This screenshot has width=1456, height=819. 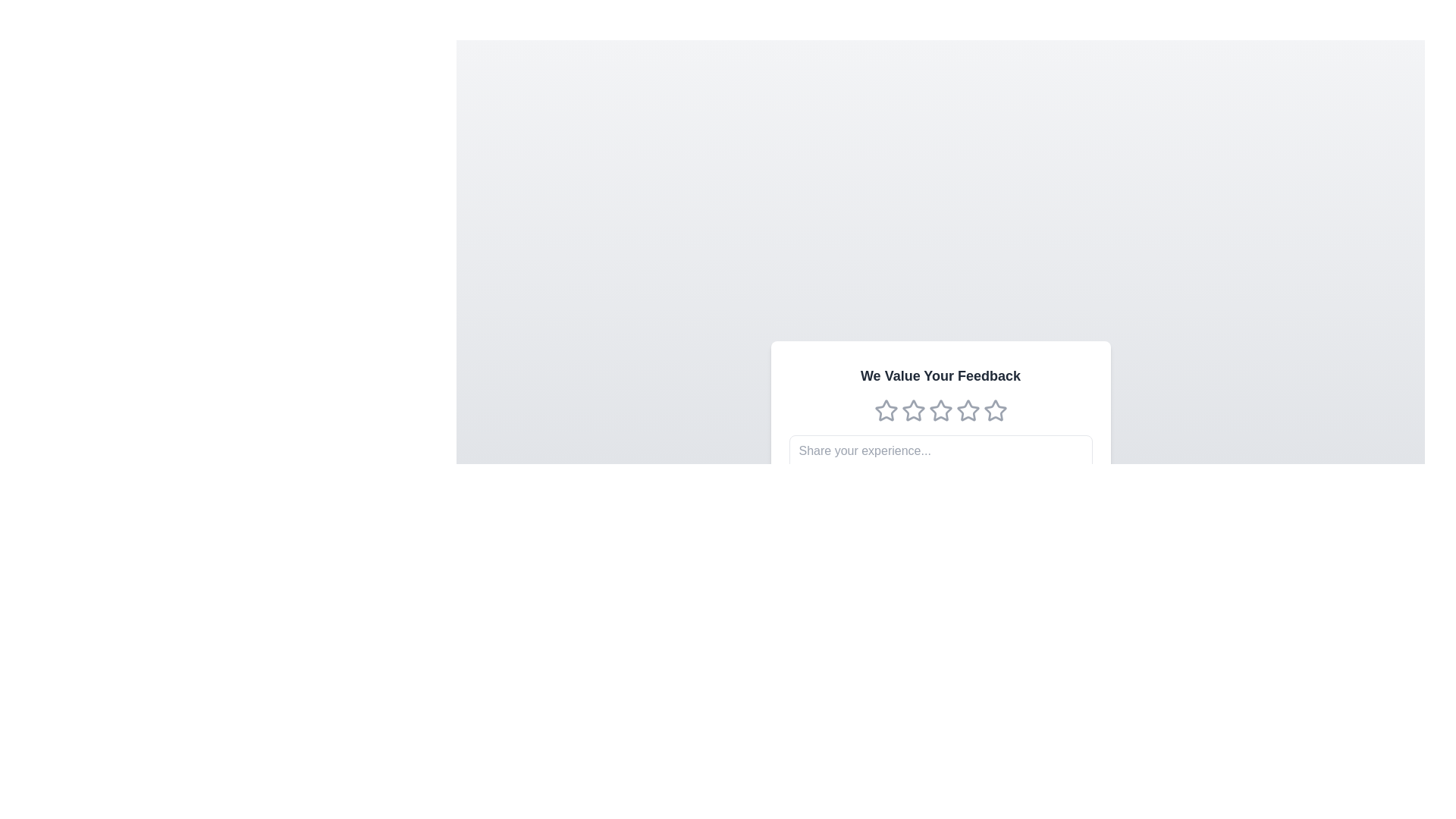 I want to click on the third star in the star-based rating system below the heading 'We Value Your Feedback', so click(x=940, y=411).